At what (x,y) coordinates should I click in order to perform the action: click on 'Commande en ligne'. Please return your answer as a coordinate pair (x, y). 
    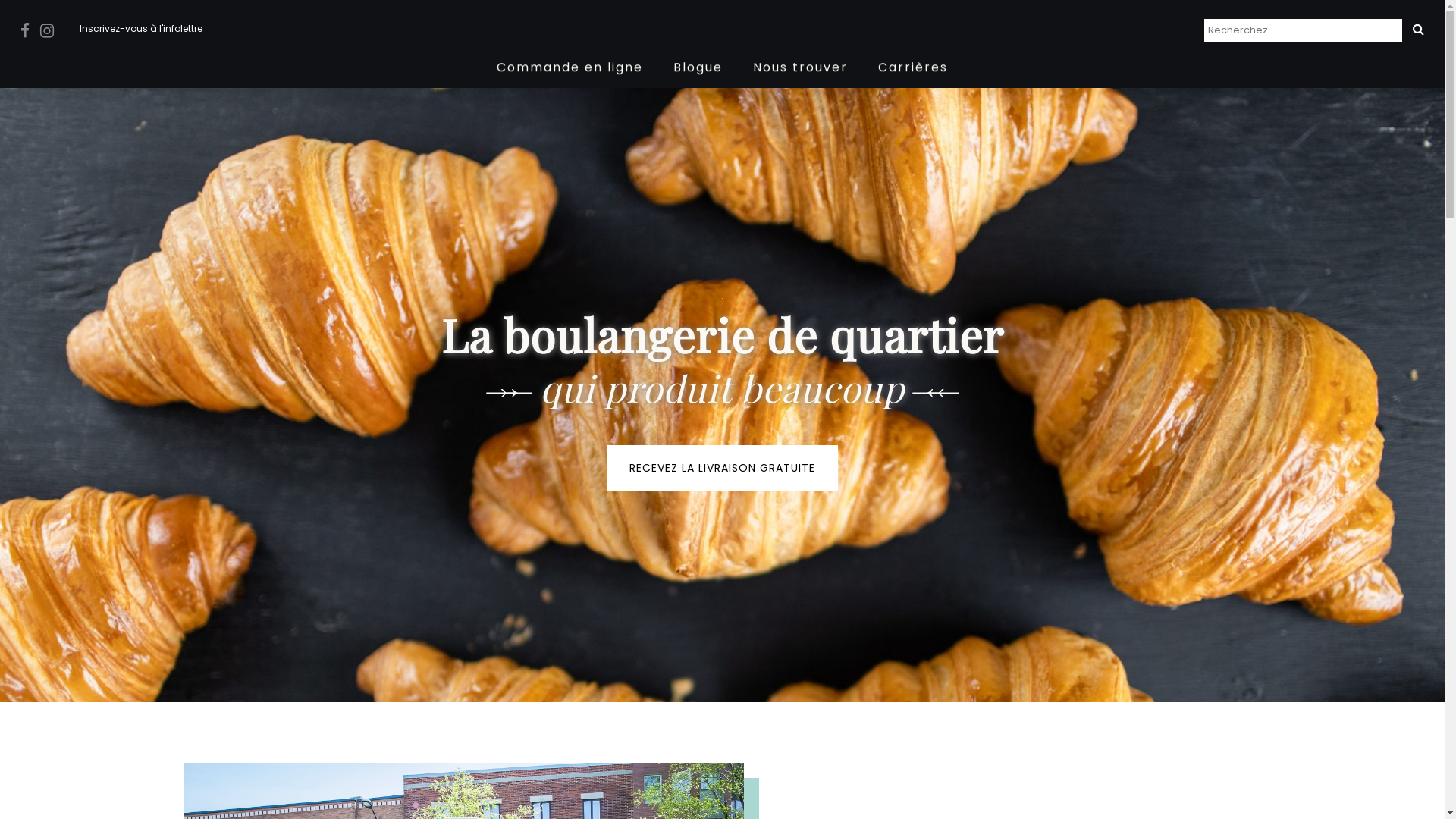
    Looking at the image, I should click on (569, 65).